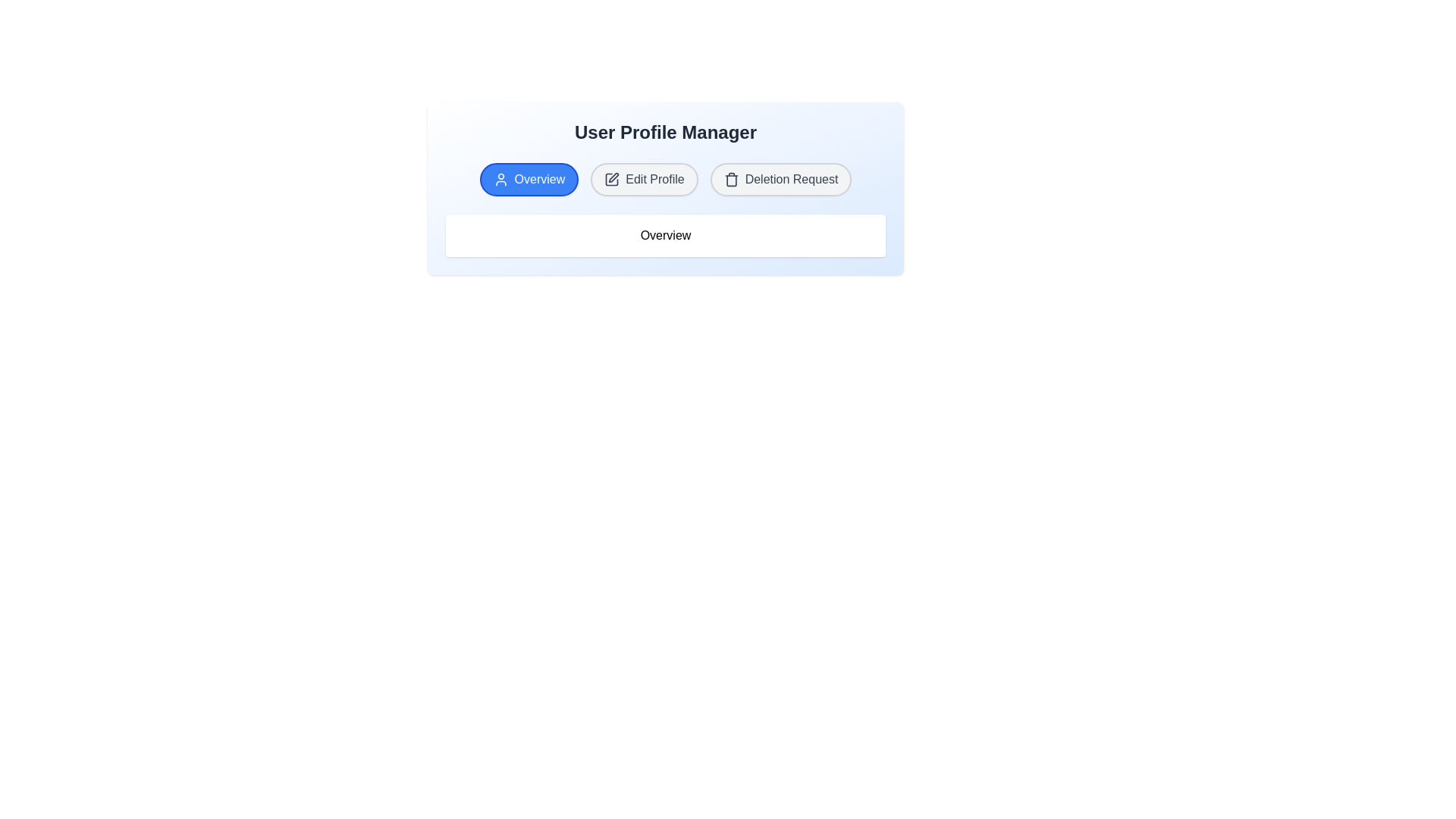 This screenshot has height=819, width=1456. I want to click on the icon of the Overview tab, so click(500, 178).